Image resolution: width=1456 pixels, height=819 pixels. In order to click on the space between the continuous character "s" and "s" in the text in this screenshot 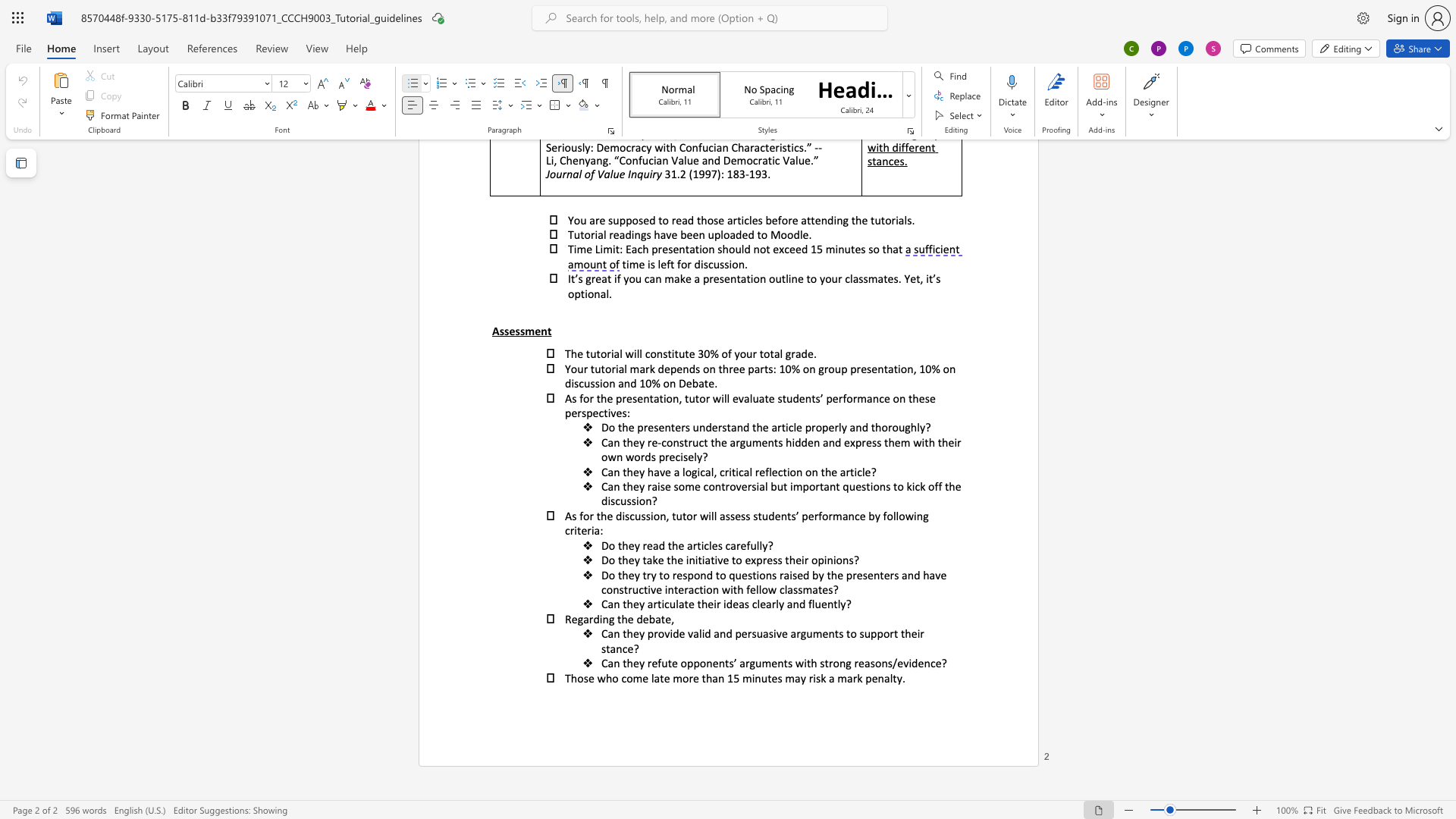, I will do `click(777, 560)`.